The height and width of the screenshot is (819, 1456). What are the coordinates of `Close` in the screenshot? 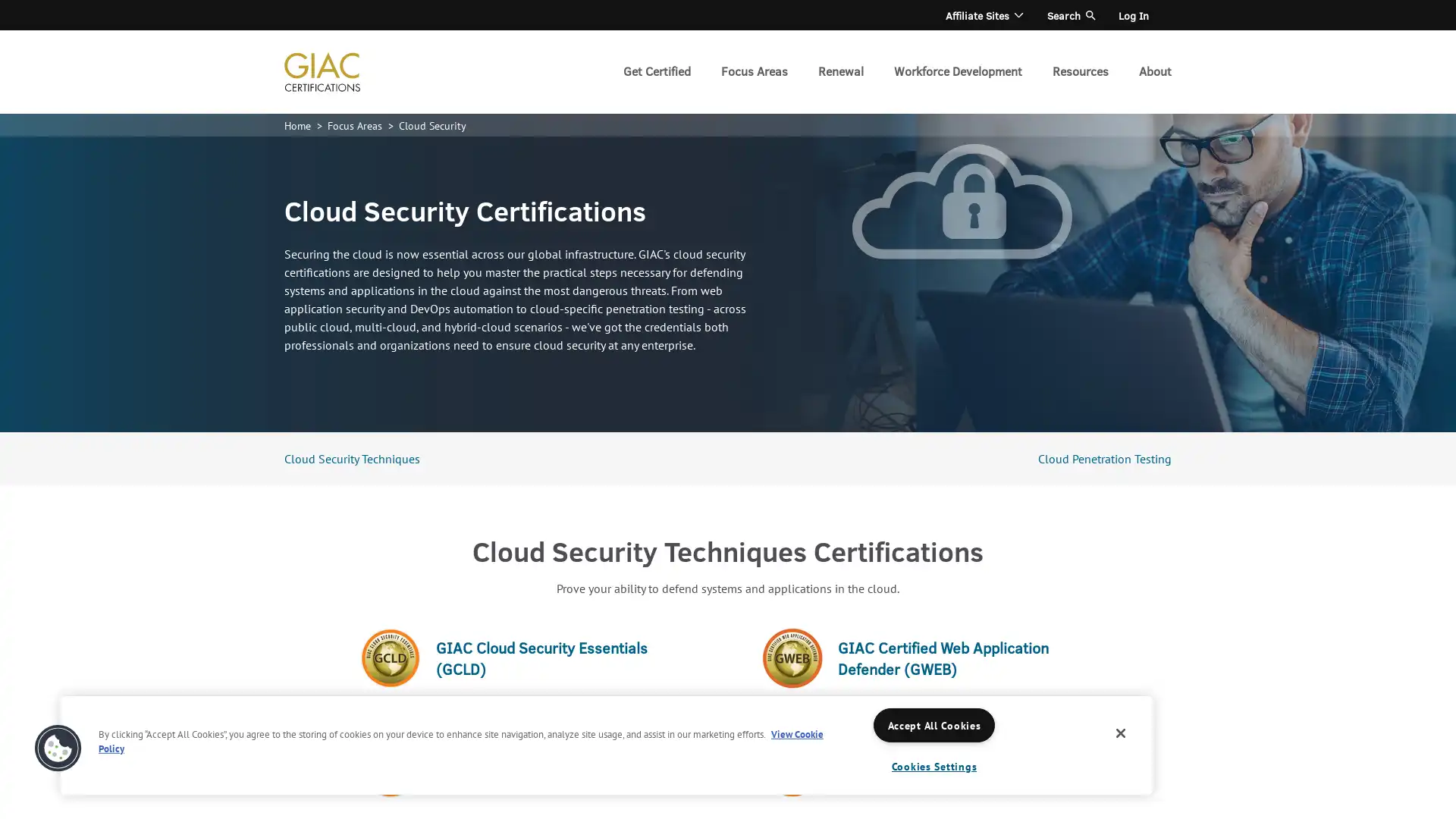 It's located at (1121, 733).